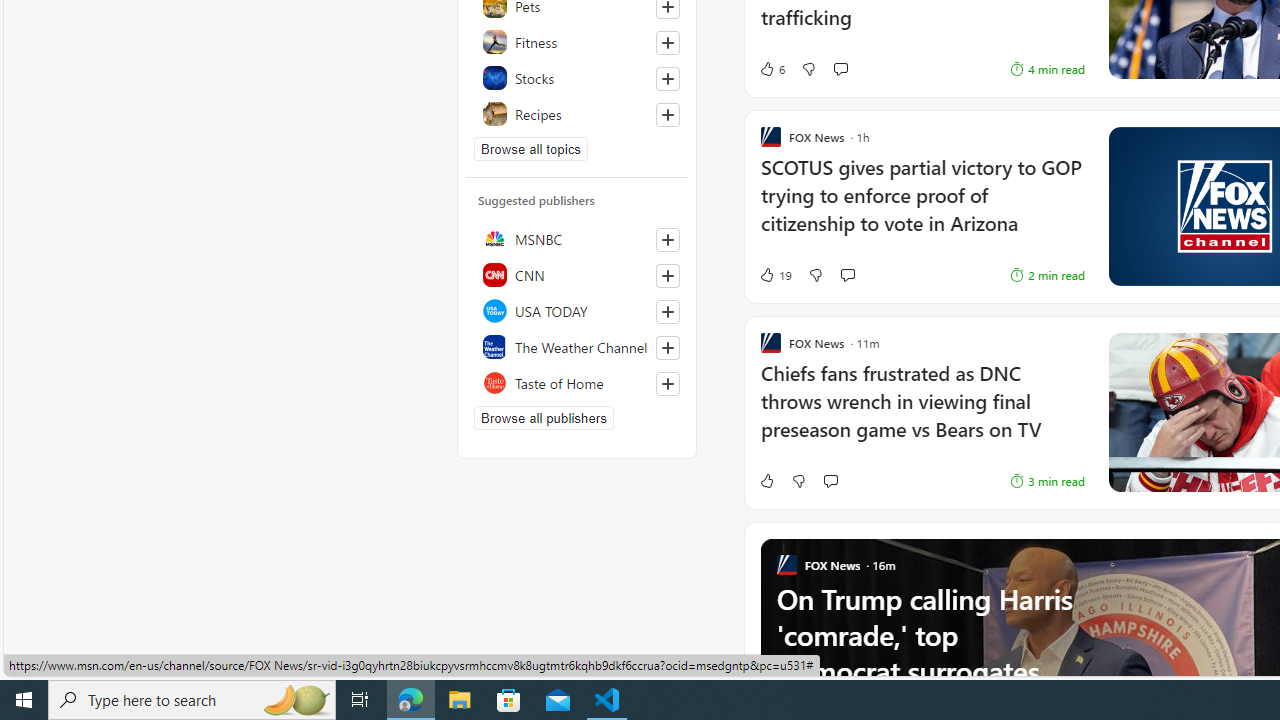 The height and width of the screenshot is (720, 1280). I want to click on 'Stocks', so click(576, 77).